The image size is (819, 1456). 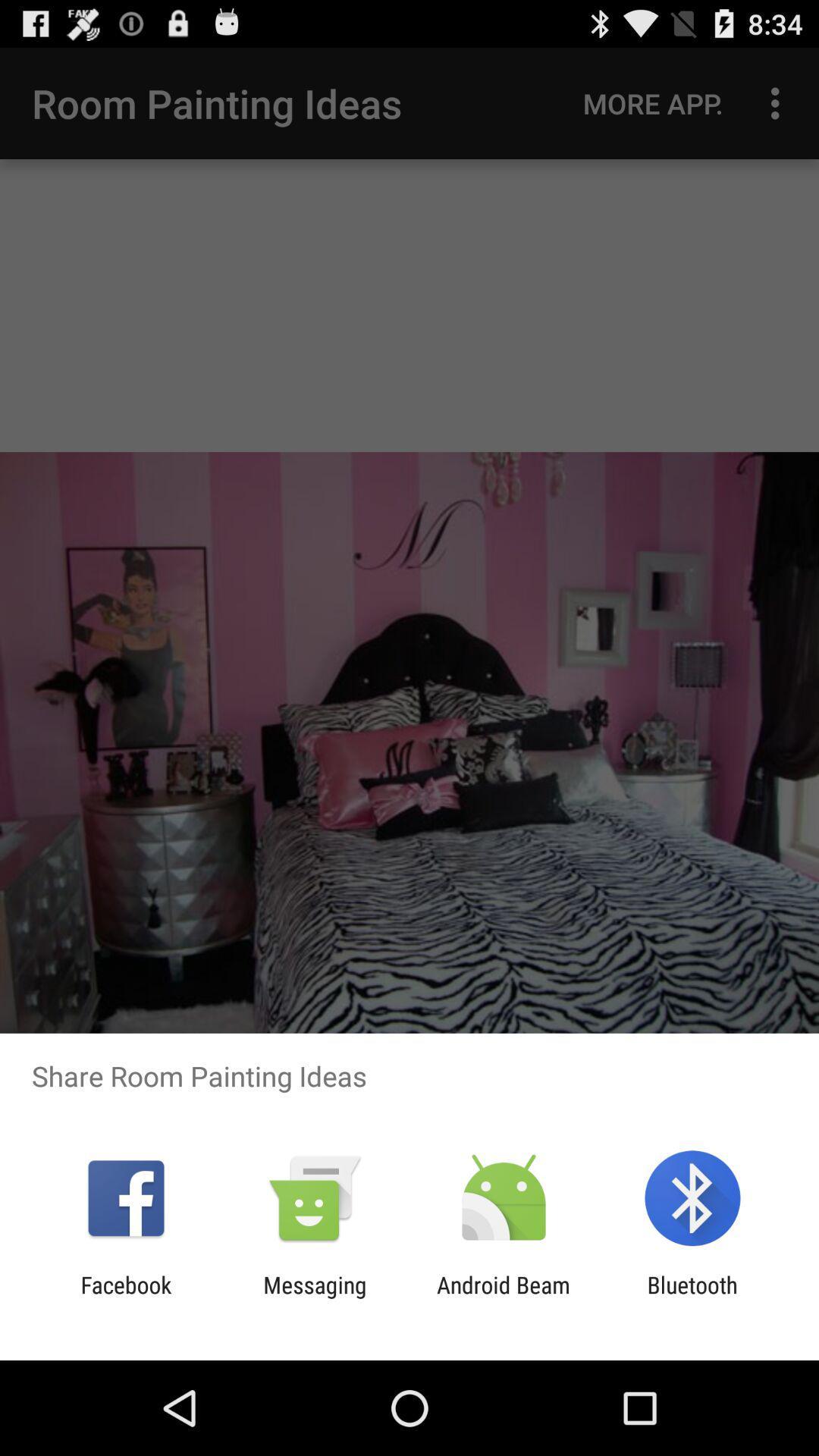 I want to click on the app next to the facebook, so click(x=314, y=1298).